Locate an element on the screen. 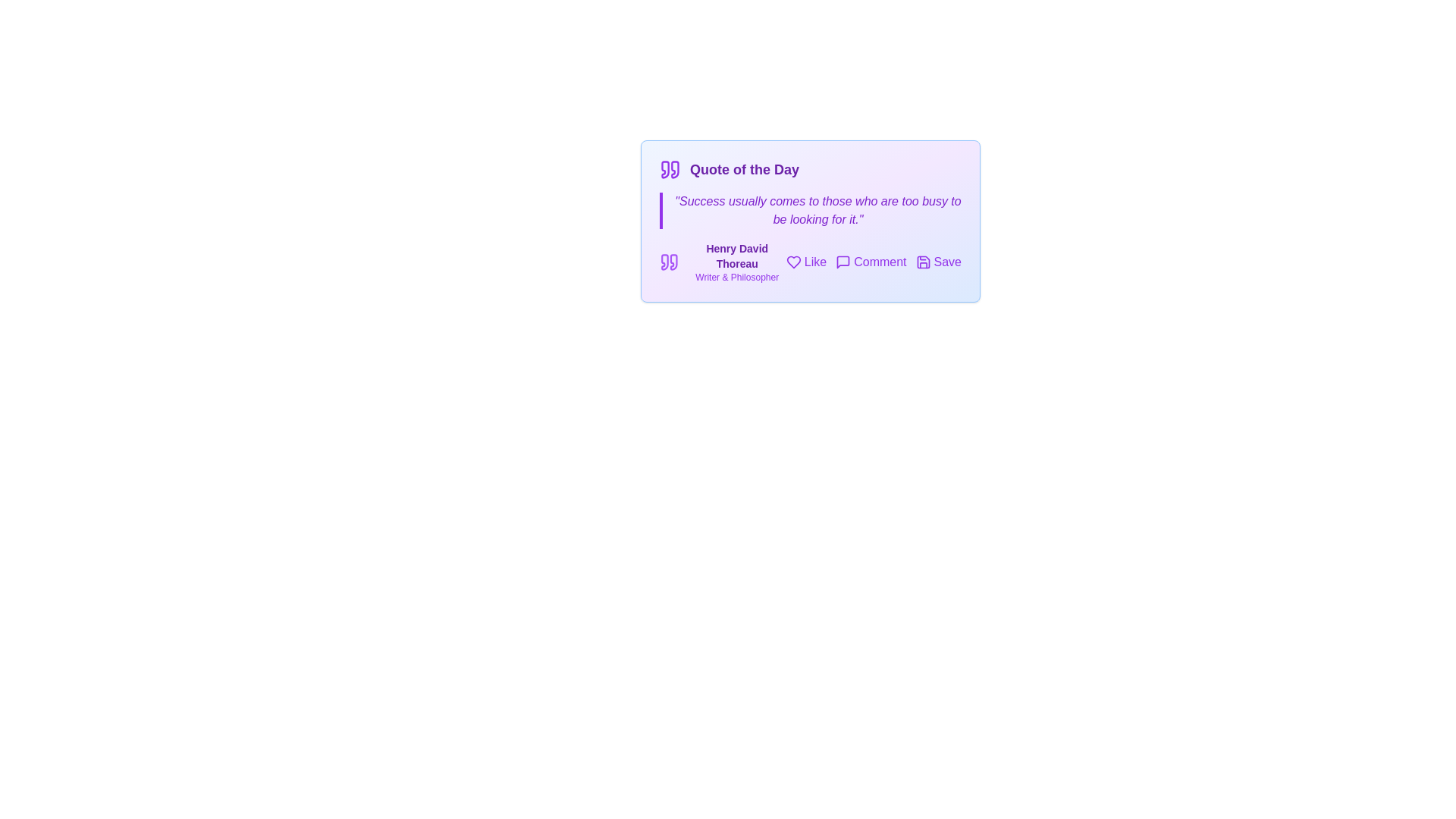  the 'Save' button located in the bottom-right corner of the card section containing a quote, positioned adjacent to the 'Comment' and 'Like' buttons is located at coordinates (946, 262).